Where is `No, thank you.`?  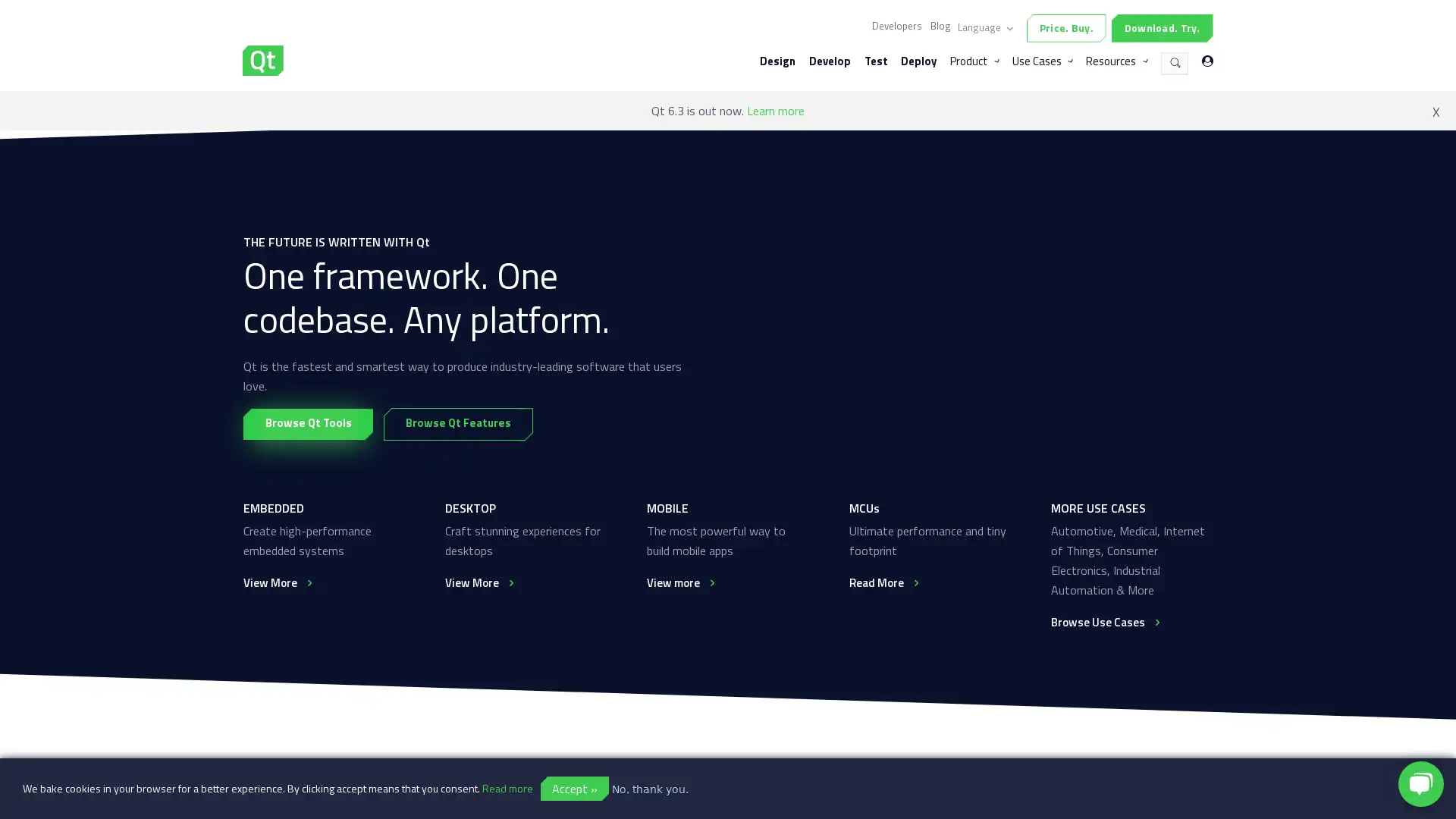 No, thank you. is located at coordinates (650, 789).